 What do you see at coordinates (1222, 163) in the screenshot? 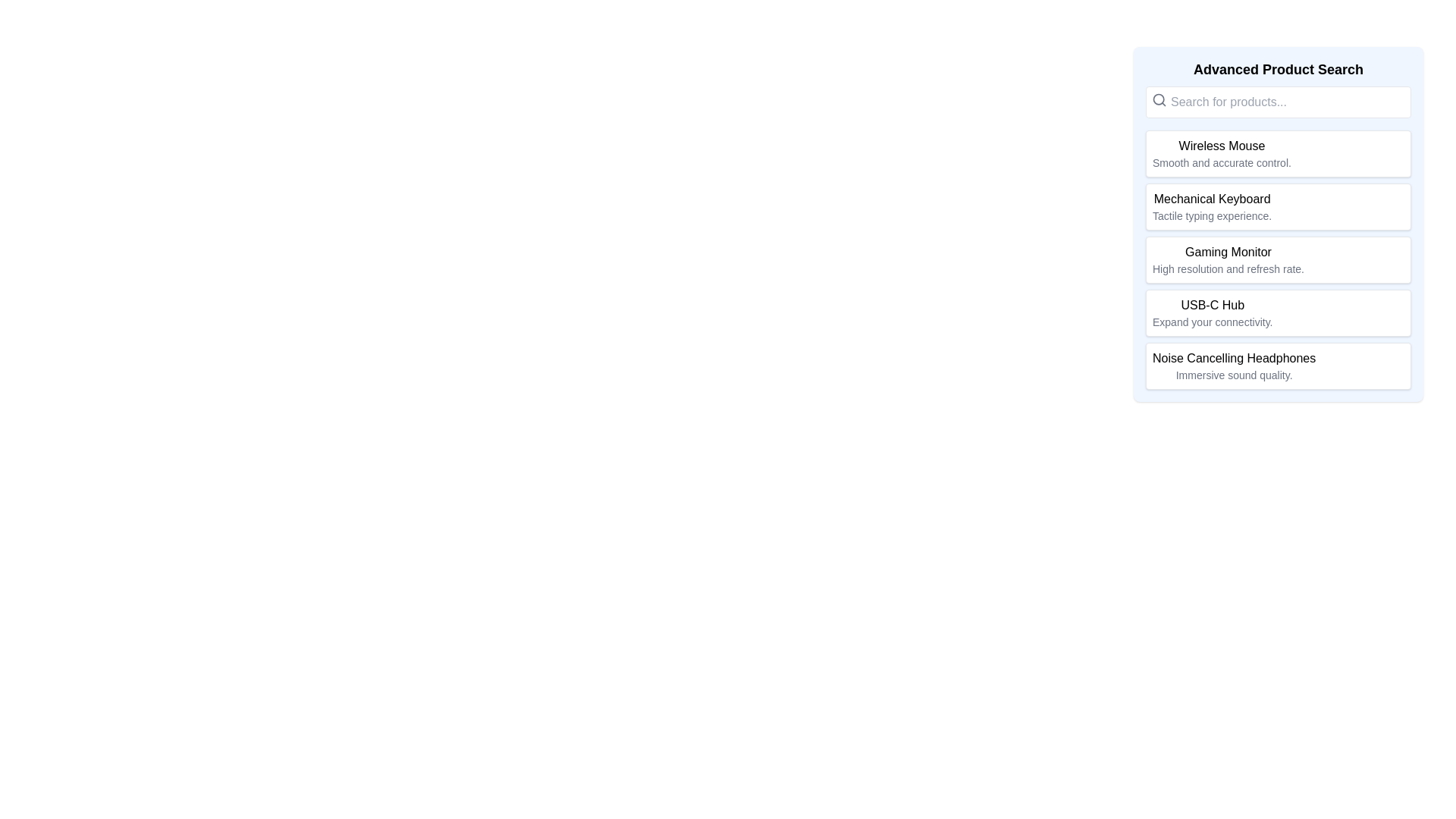
I see `the text label displaying 'Smooth and accurate control.' which is styled in a small gray font and located below the 'Wireless Mouse' label in the 'Advanced Product Search' sidebar` at bounding box center [1222, 163].